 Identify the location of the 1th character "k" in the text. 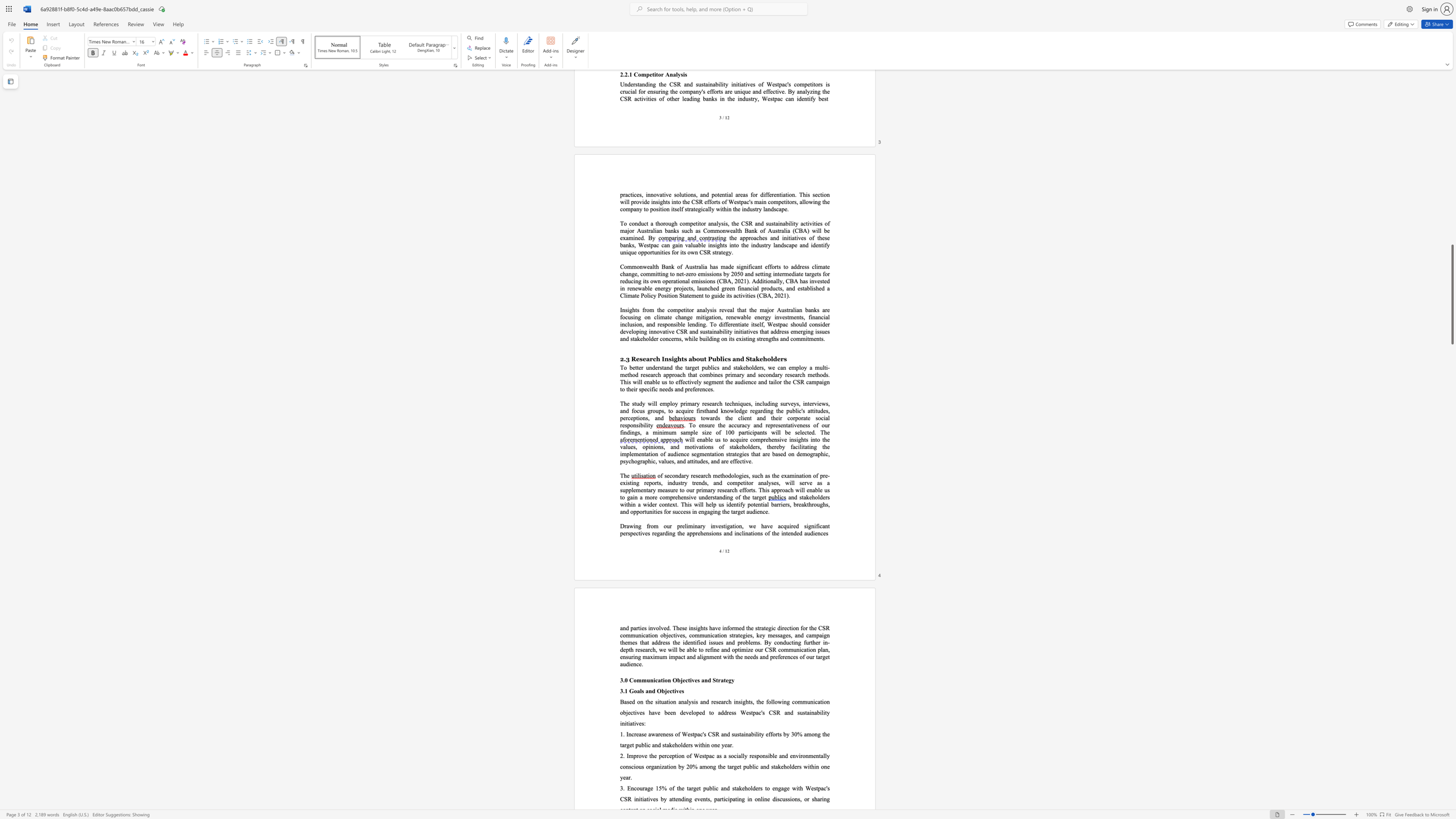
(807, 496).